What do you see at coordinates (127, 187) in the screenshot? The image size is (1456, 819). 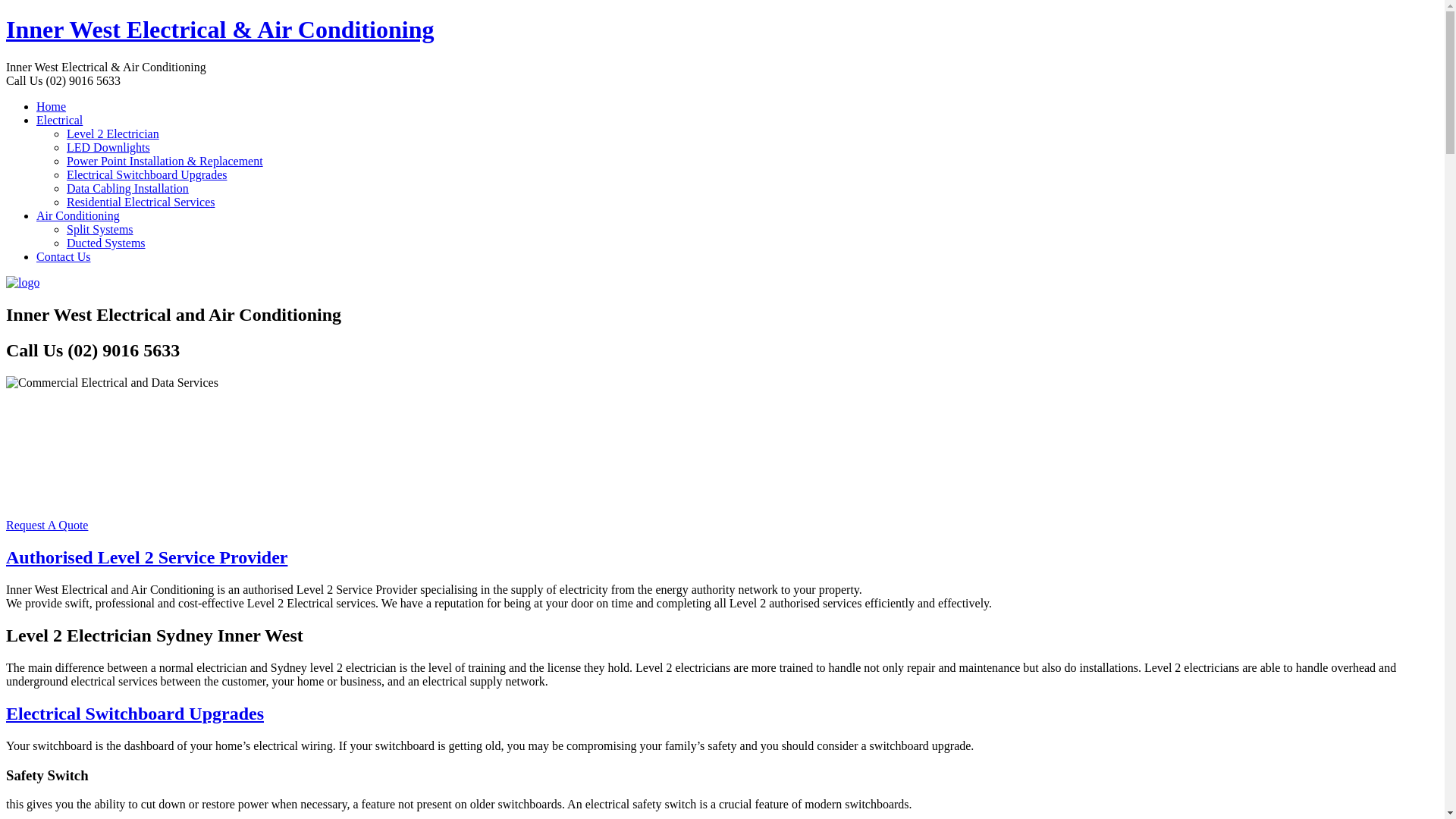 I see `'Data Cabling Installation'` at bounding box center [127, 187].